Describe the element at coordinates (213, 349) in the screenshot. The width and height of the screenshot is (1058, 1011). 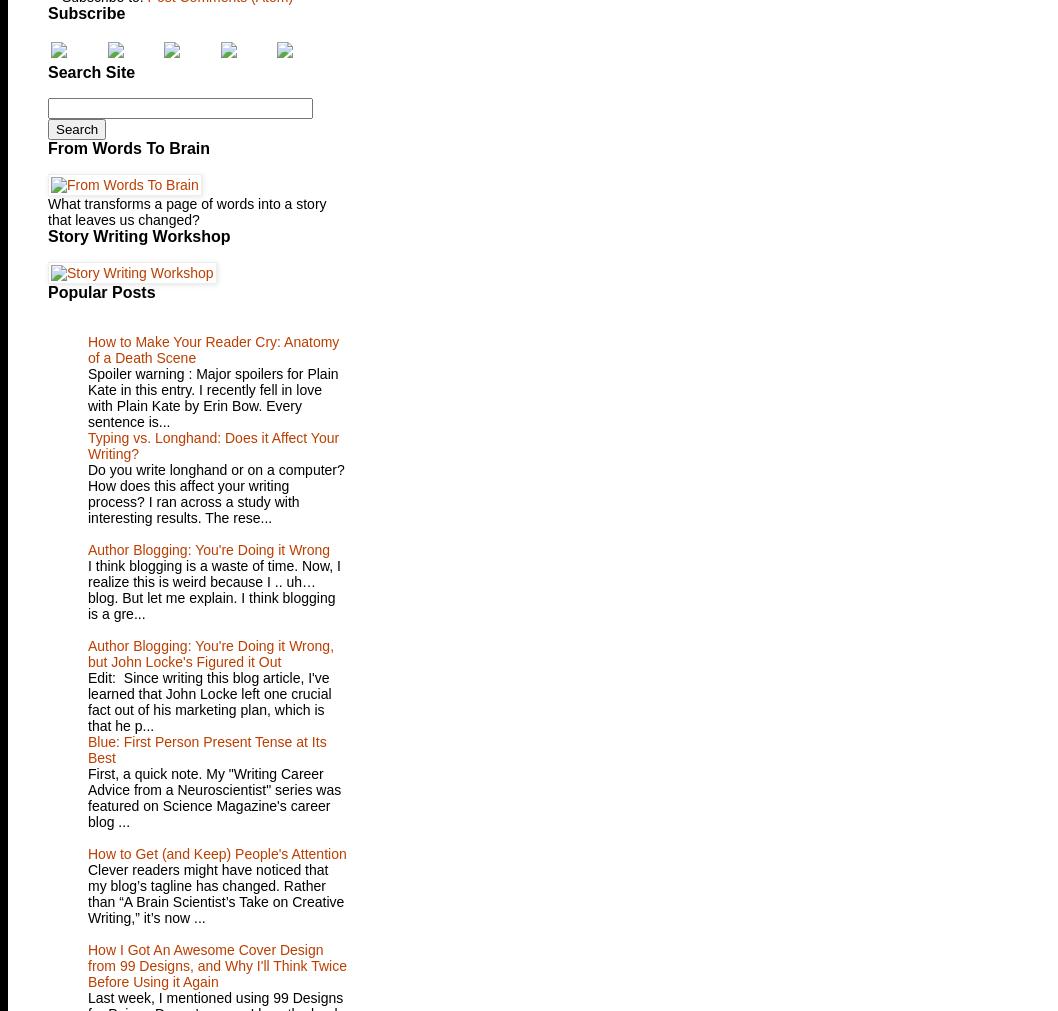
I see `'How to Make Your Reader Cry:  Anatomy of a Death Scene'` at that location.